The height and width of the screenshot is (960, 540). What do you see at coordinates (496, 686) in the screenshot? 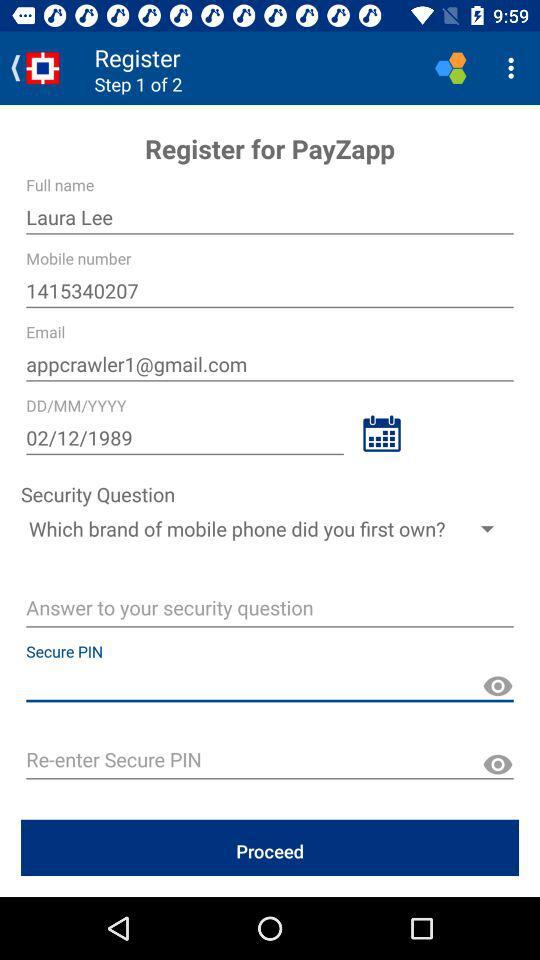
I see `show pin` at bounding box center [496, 686].